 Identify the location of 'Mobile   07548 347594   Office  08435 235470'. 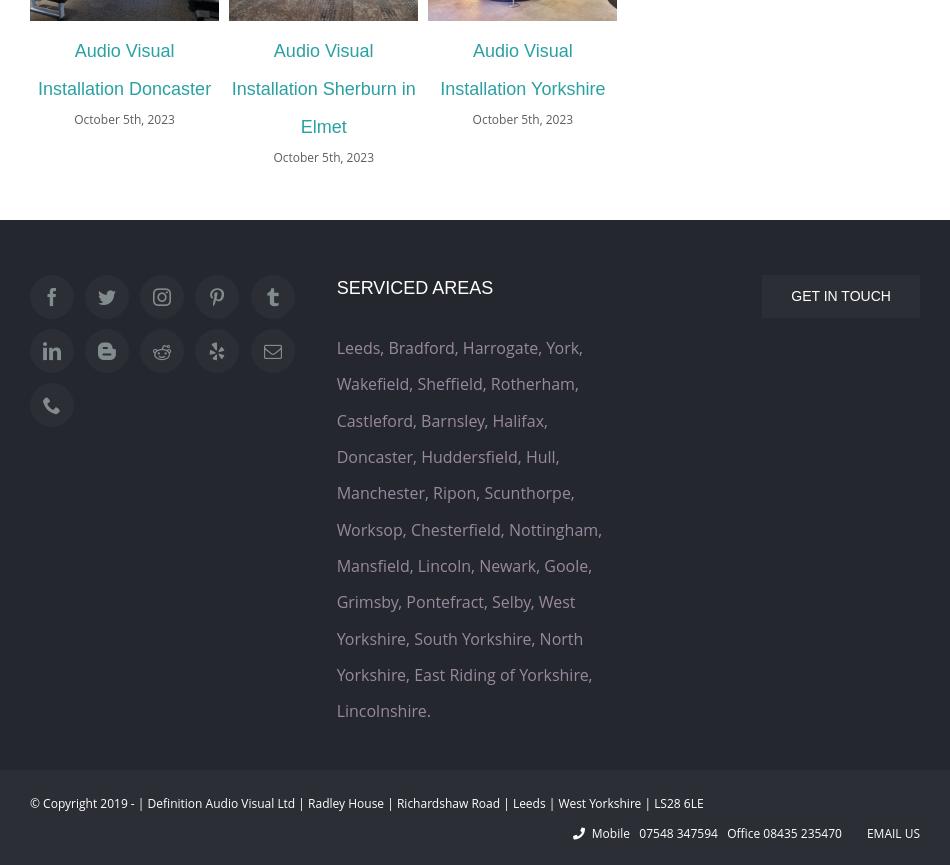
(721, 831).